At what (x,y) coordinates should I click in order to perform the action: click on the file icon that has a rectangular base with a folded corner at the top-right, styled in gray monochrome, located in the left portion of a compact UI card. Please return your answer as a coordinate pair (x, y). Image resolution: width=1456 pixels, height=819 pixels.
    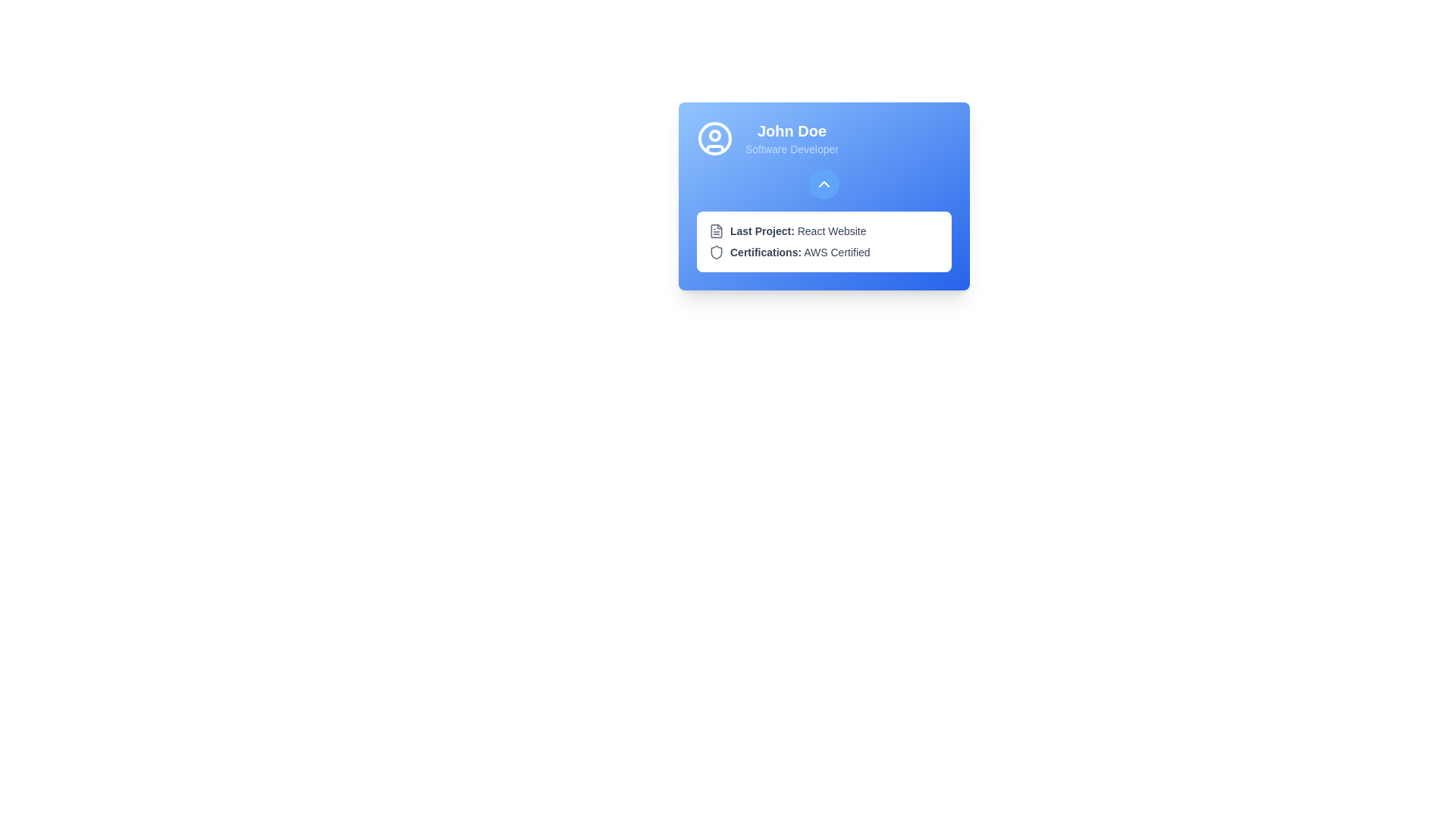
    Looking at the image, I should click on (716, 231).